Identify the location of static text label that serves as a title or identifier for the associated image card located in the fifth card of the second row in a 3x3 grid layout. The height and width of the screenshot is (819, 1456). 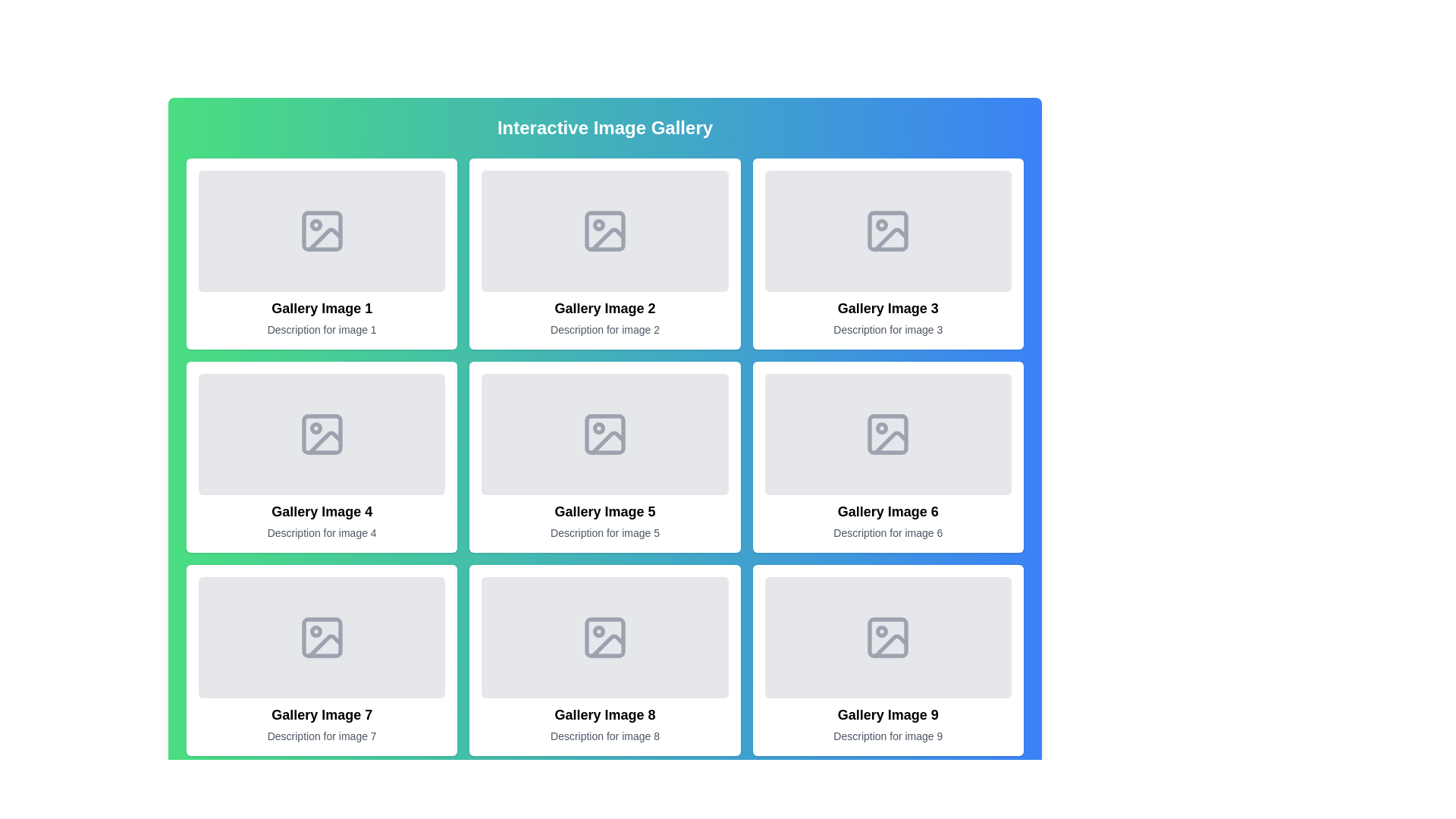
(604, 512).